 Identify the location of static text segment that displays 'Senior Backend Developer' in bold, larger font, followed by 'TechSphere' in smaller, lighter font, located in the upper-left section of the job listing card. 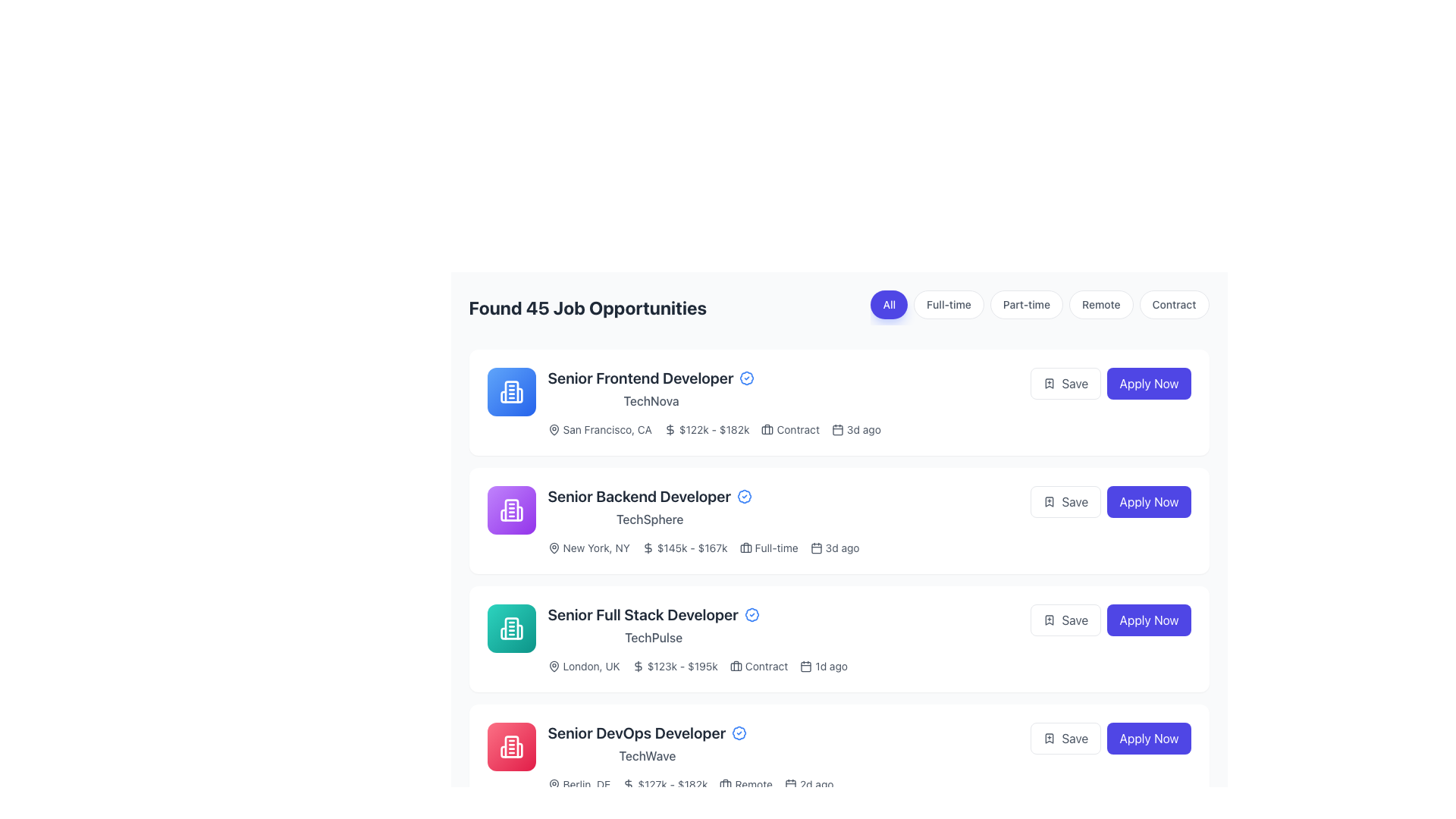
(650, 507).